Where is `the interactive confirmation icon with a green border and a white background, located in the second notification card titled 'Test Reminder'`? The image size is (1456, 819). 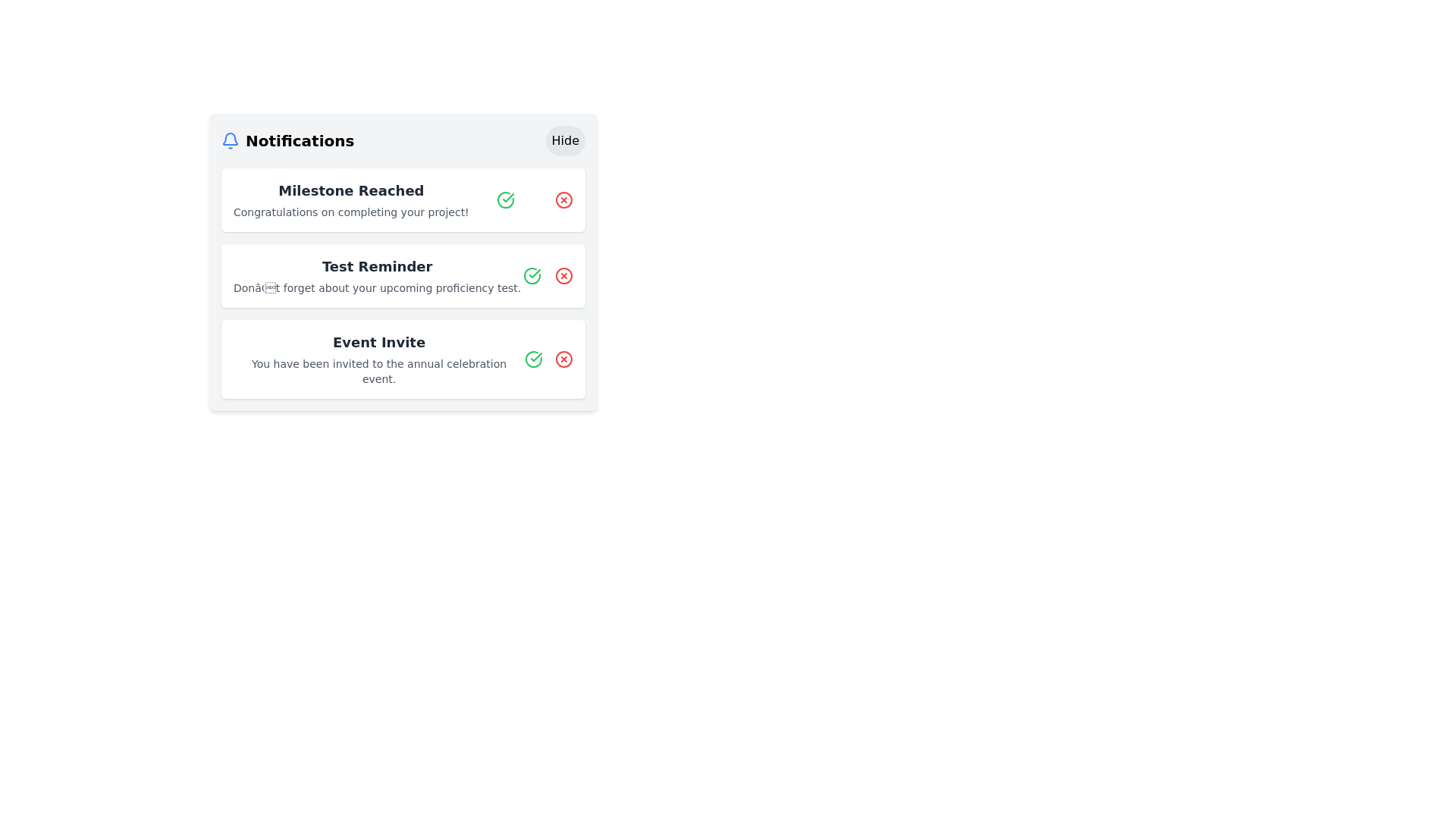
the interactive confirmation icon with a green border and a white background, located in the second notification card titled 'Test Reminder' is located at coordinates (532, 275).